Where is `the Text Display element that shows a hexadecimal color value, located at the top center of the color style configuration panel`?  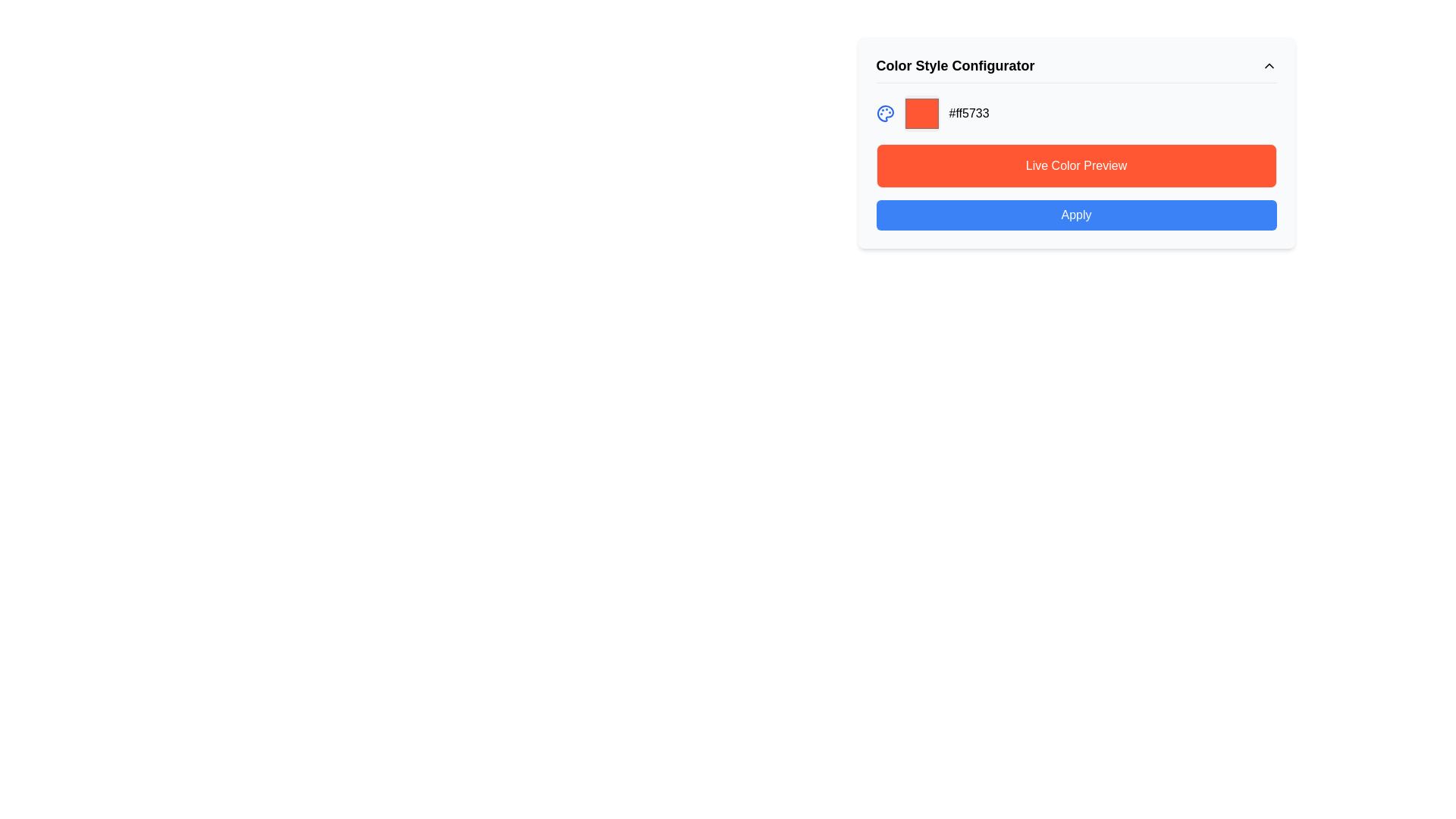 the Text Display element that shows a hexadecimal color value, located at the top center of the color style configuration panel is located at coordinates (968, 113).